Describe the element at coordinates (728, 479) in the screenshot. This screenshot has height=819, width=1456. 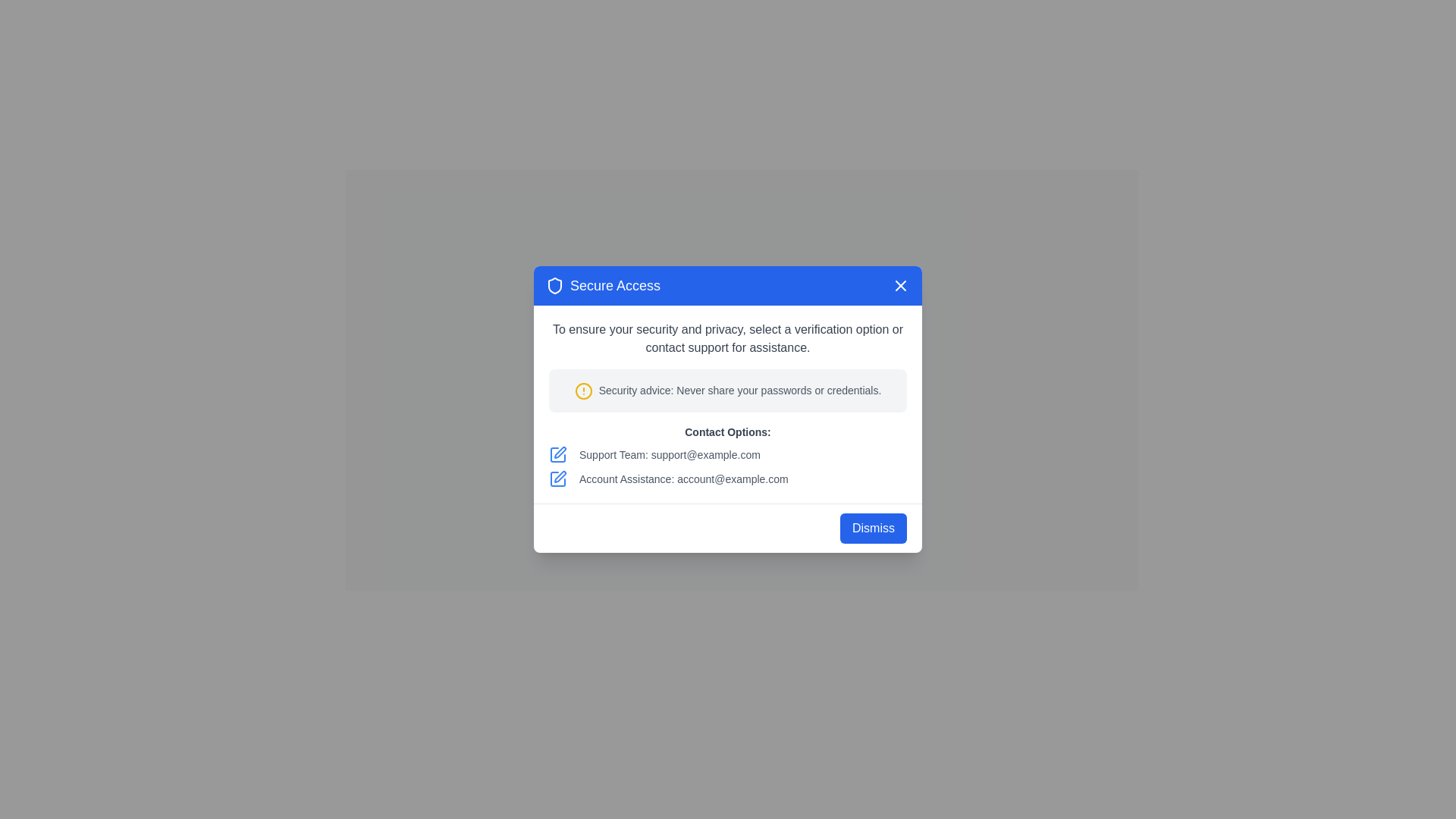
I see `email address from the Label with text and icon that provides contact details for account assistance, located as the second contact option within the 'Contact Options:' section` at that location.